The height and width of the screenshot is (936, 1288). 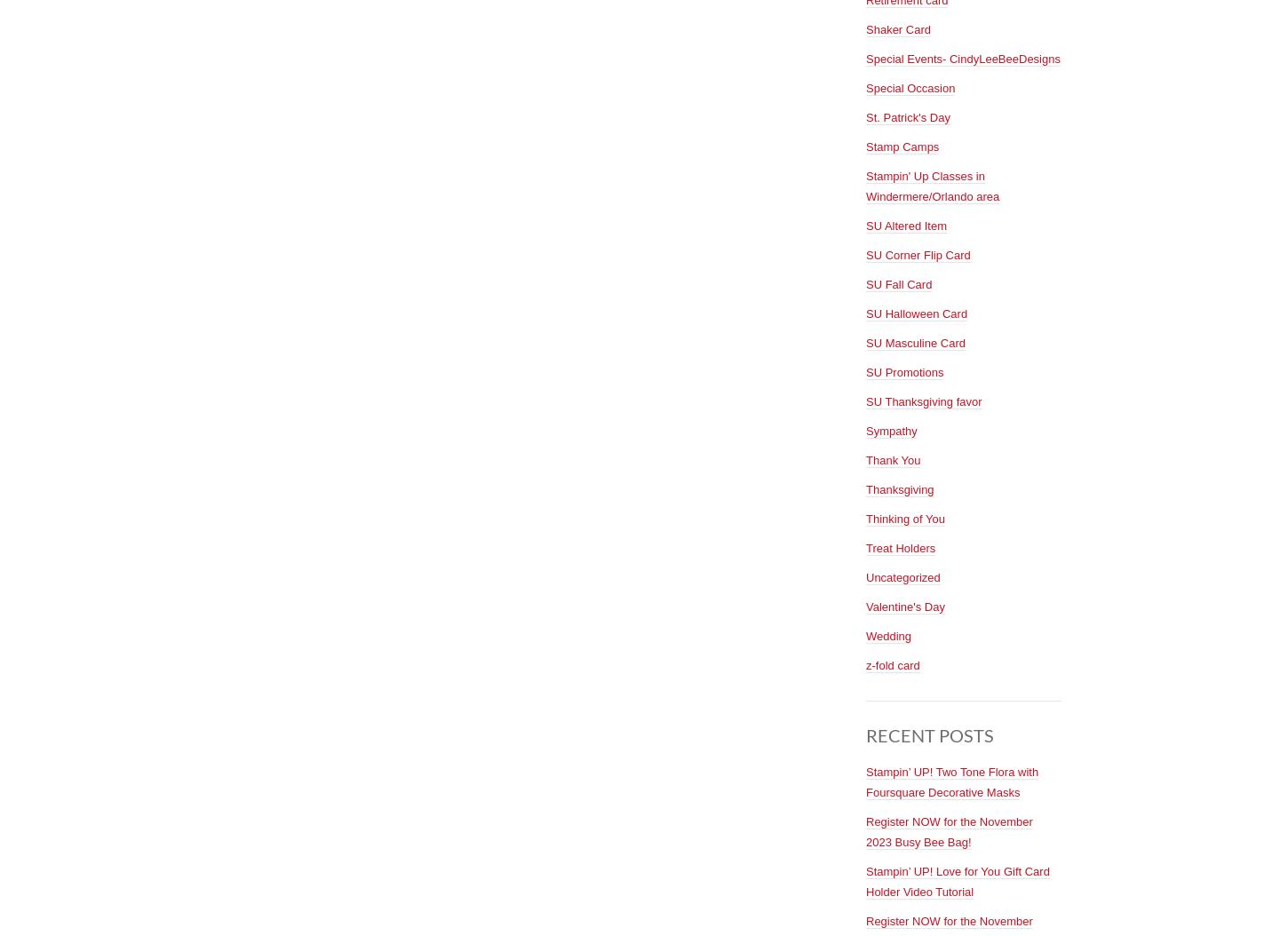 What do you see at coordinates (905, 606) in the screenshot?
I see `'Valentine's Day'` at bounding box center [905, 606].